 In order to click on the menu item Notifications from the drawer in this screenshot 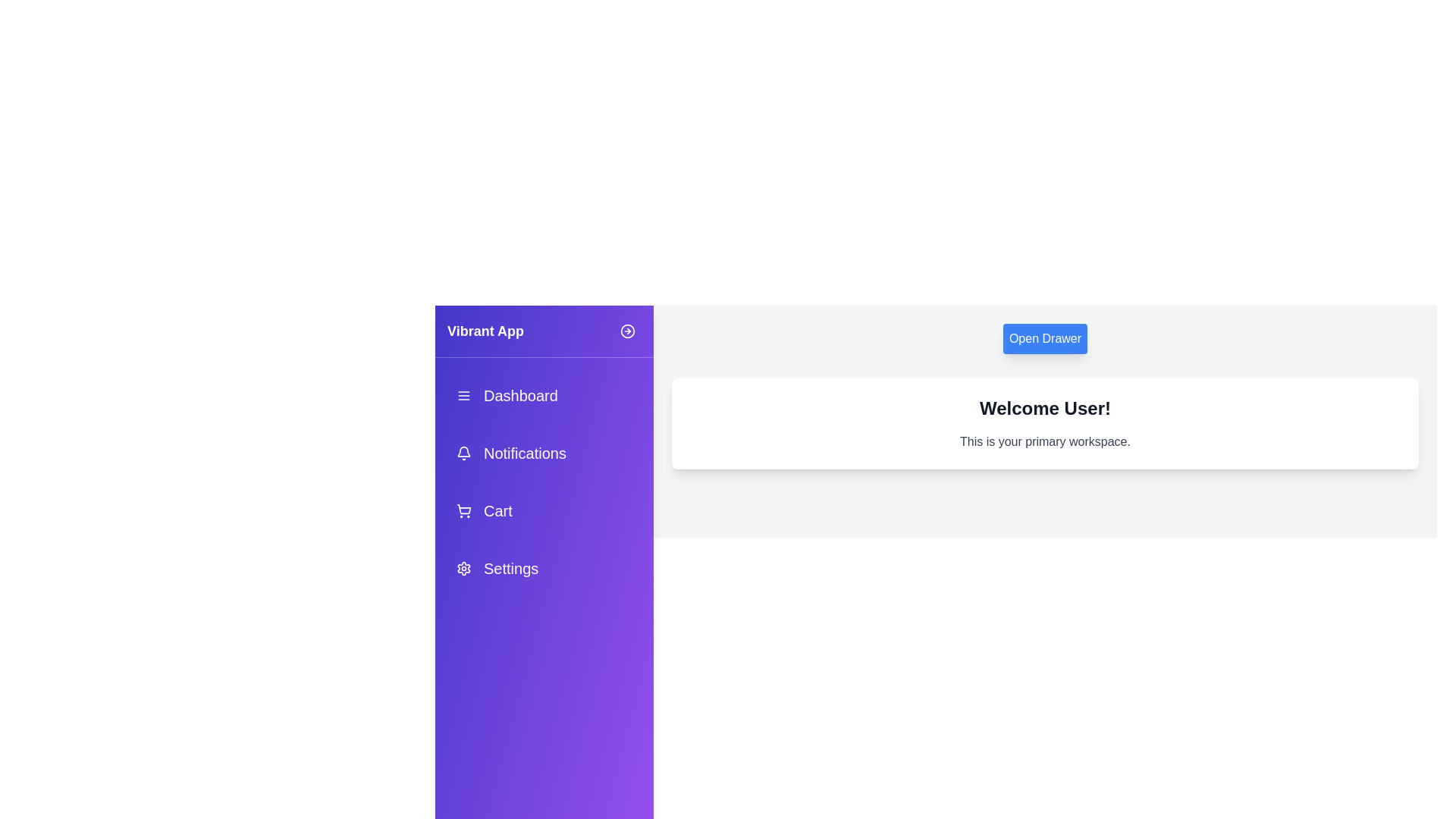, I will do `click(544, 452)`.